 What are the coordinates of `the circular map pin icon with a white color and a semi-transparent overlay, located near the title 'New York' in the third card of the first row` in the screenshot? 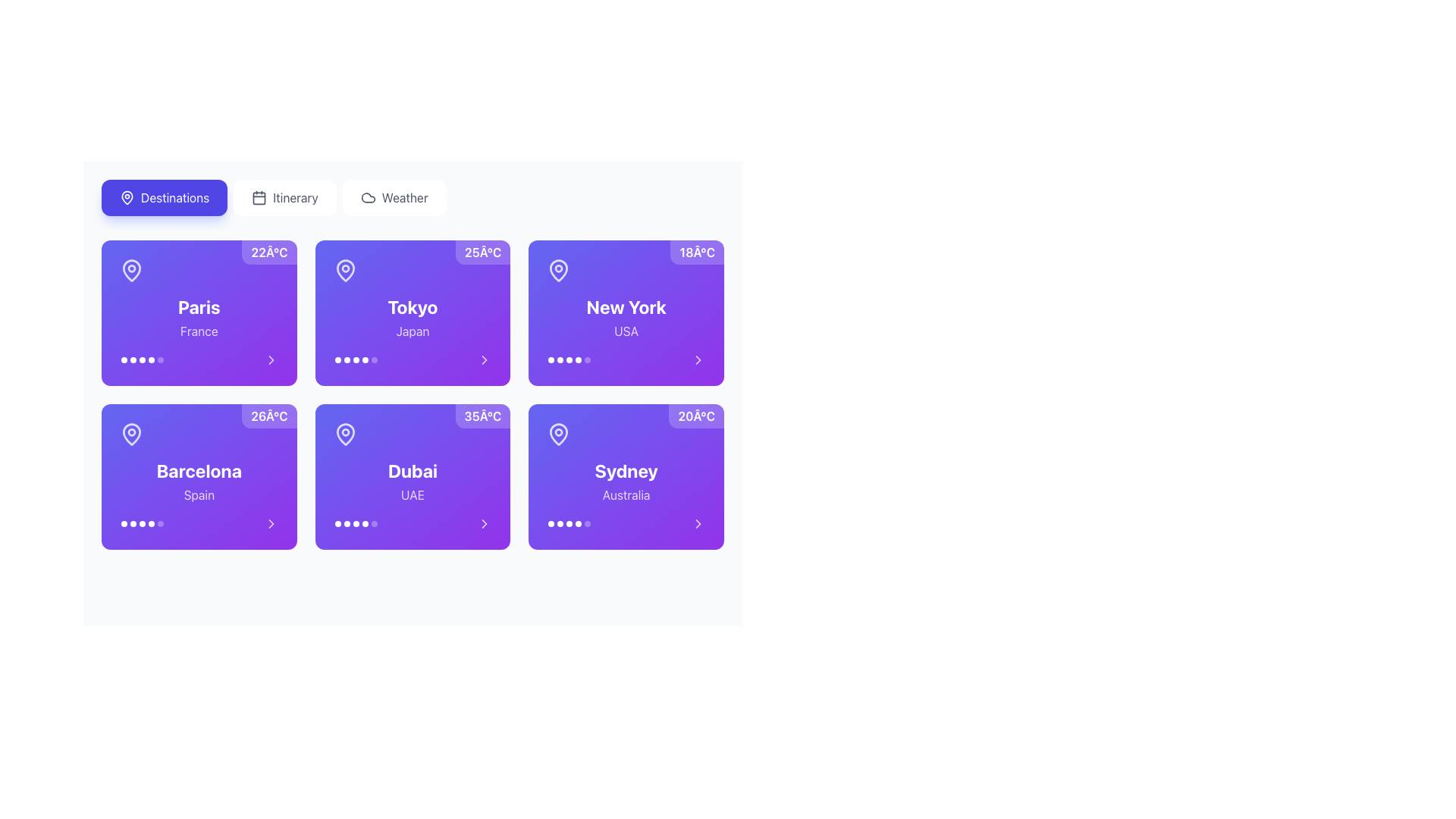 It's located at (558, 270).